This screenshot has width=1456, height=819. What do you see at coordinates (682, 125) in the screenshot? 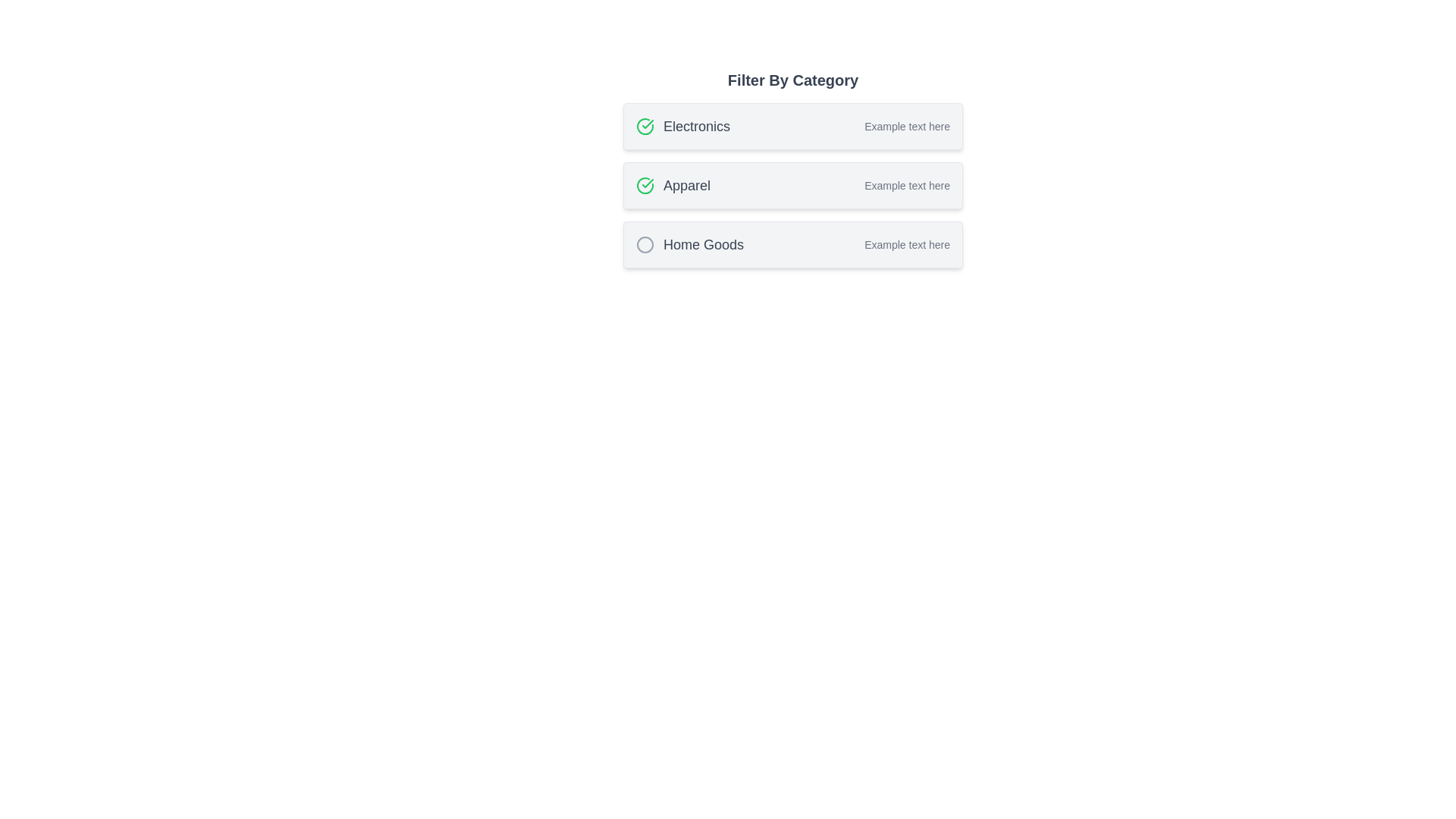
I see `text label 'Electronics' which is the first entry in the 'Filter By Category' section, located adjacent to a green checkmark icon and a description labeled 'Example text here'` at bounding box center [682, 125].